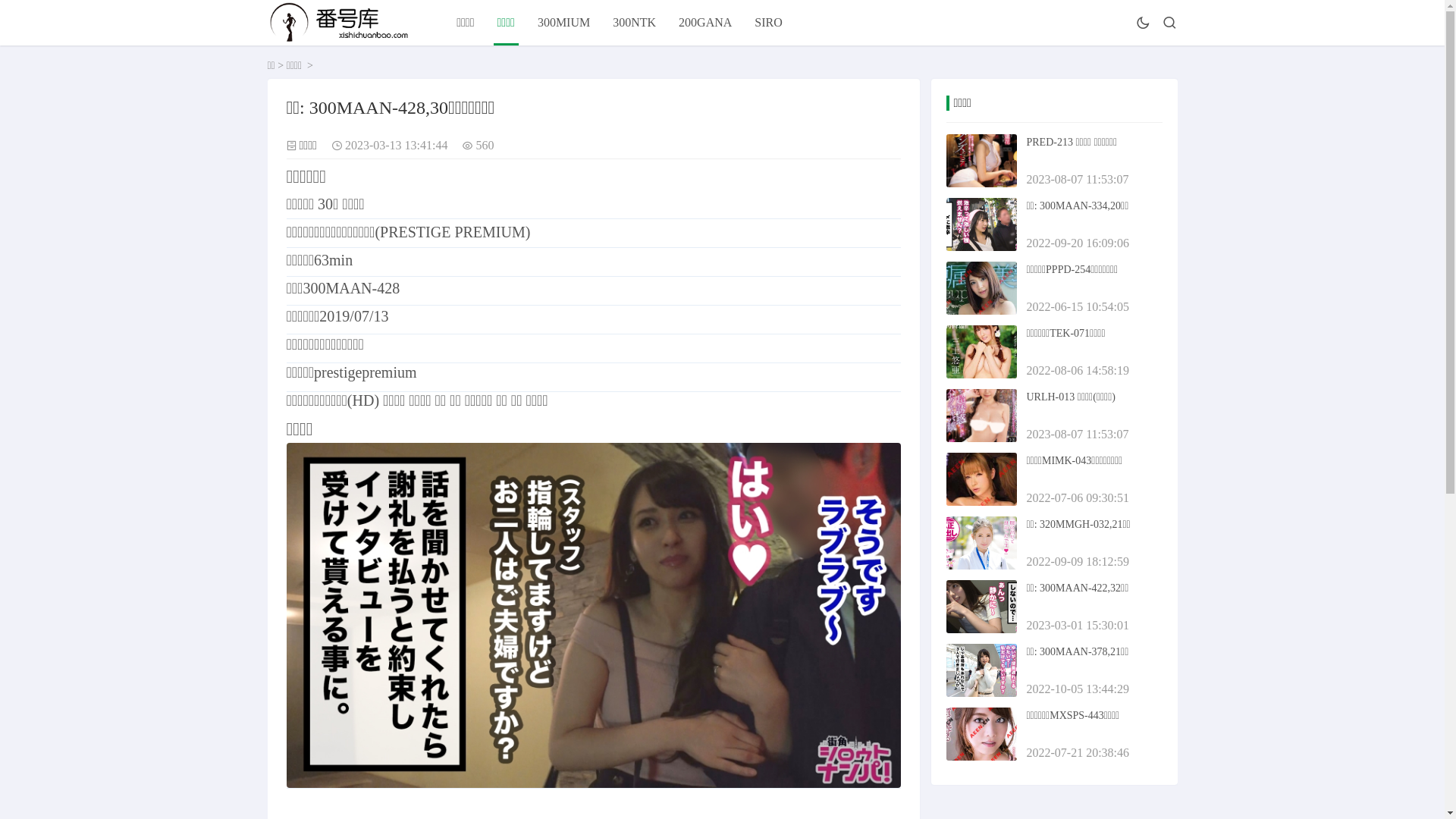 The height and width of the screenshot is (819, 1456). I want to click on '300MIUM', so click(563, 22).